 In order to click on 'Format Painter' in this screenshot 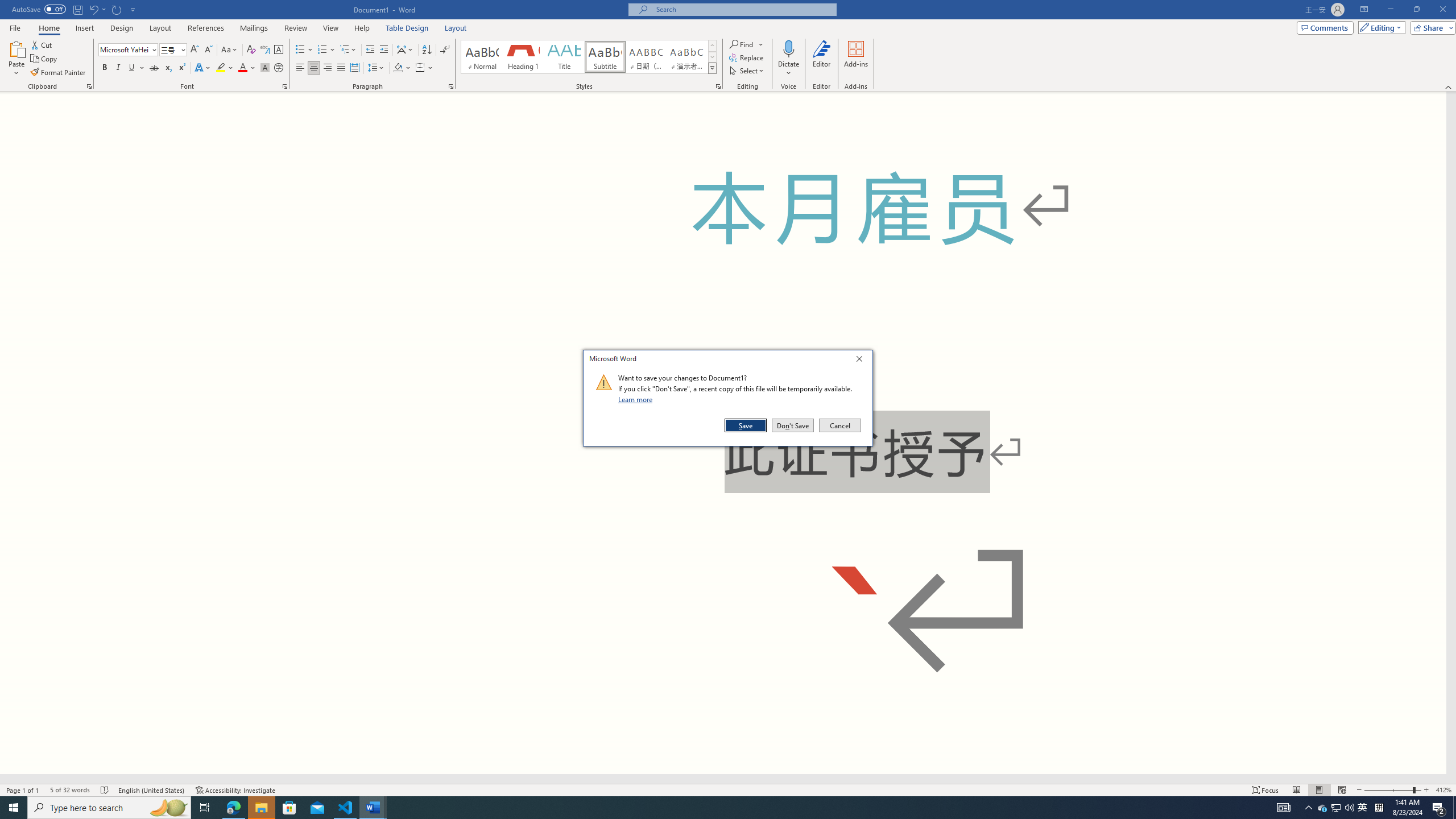, I will do `click(58, 72)`.